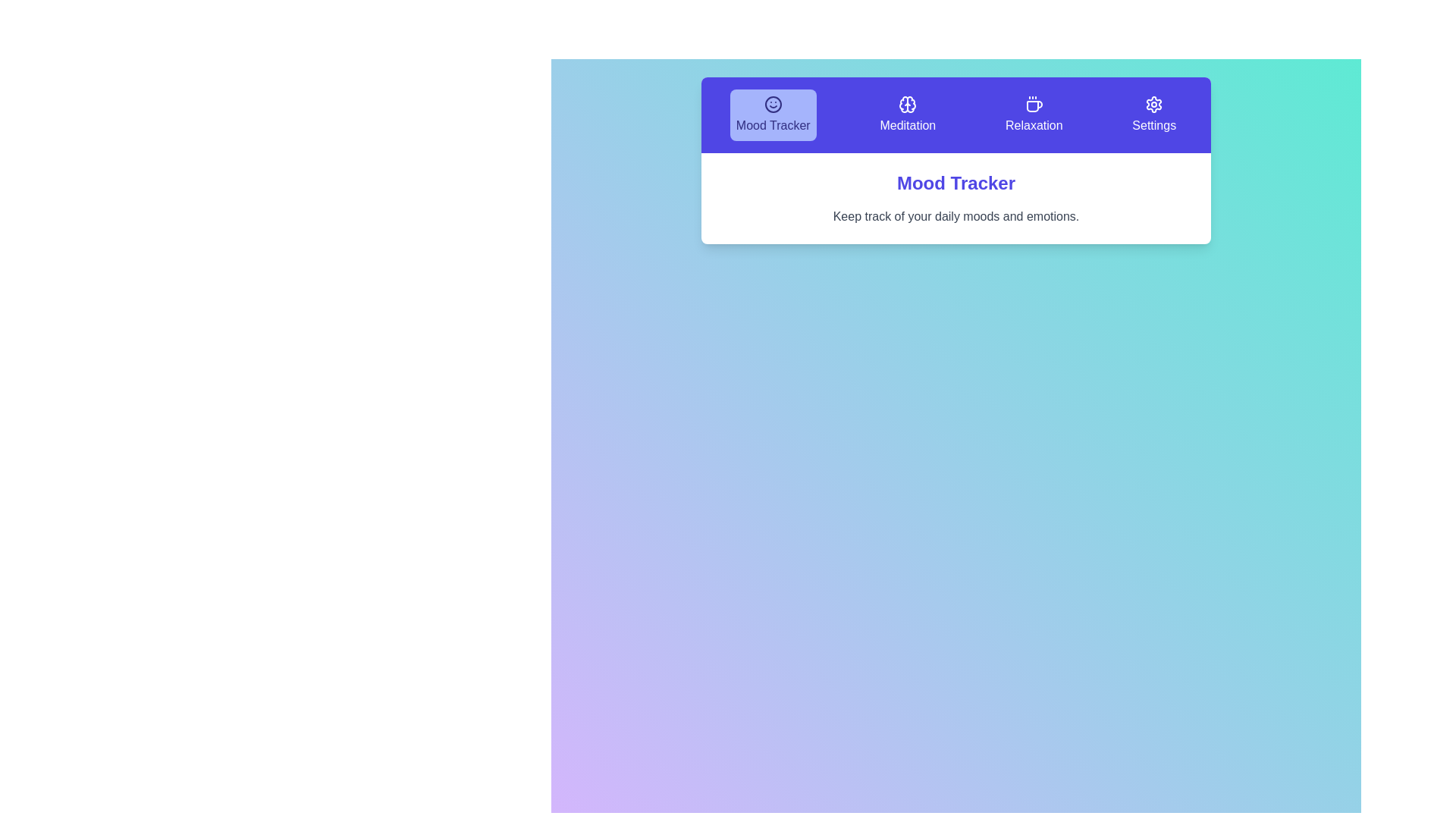 This screenshot has height=819, width=1456. What do you see at coordinates (1153, 114) in the screenshot?
I see `the 'Settings' button with a gear icon, which is the fourth item in the top navigation bar with a purple background, to trigger hover interactions` at bounding box center [1153, 114].